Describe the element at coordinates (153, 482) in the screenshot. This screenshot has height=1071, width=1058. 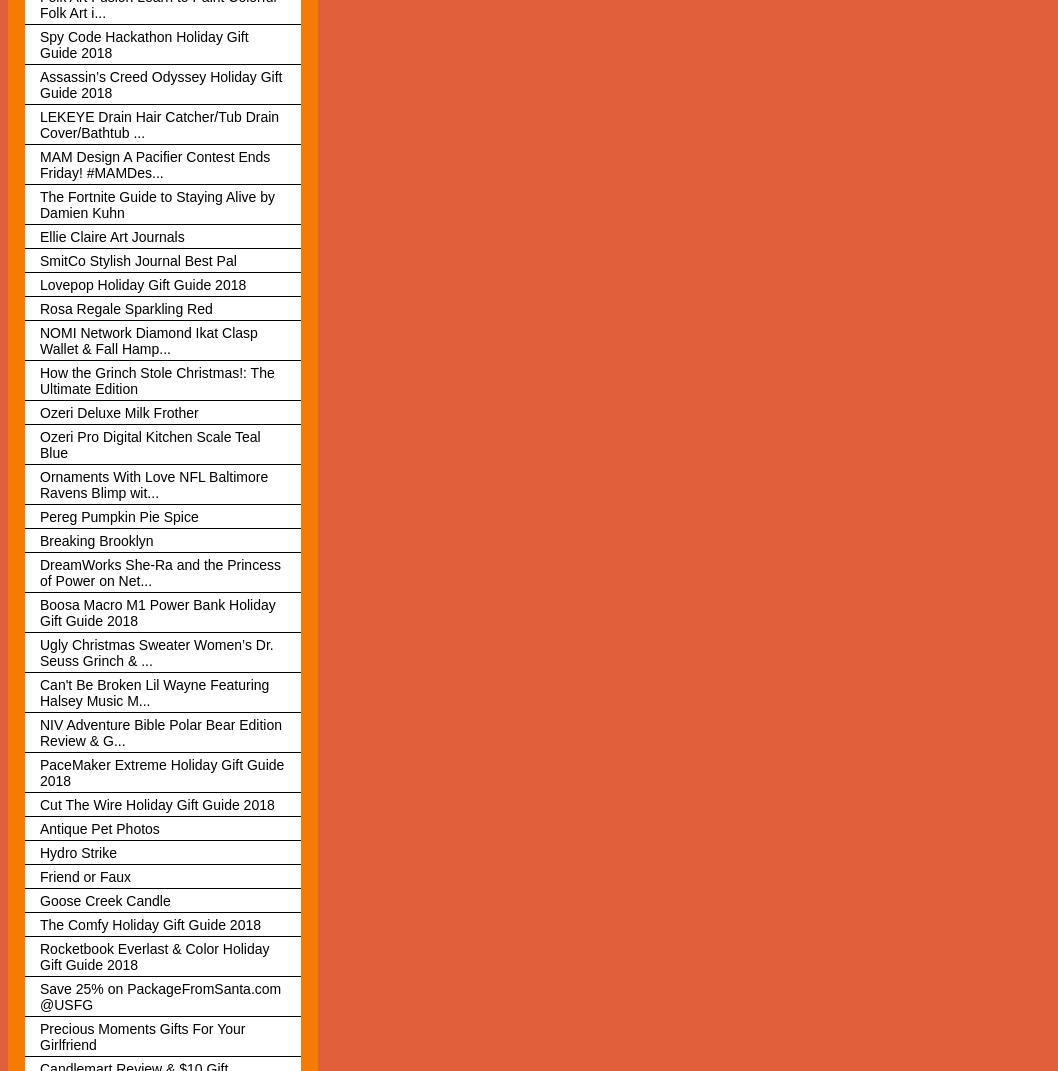
I see `'Ornaments With Love NFL Baltimore Ravens Blimp wit...'` at that location.